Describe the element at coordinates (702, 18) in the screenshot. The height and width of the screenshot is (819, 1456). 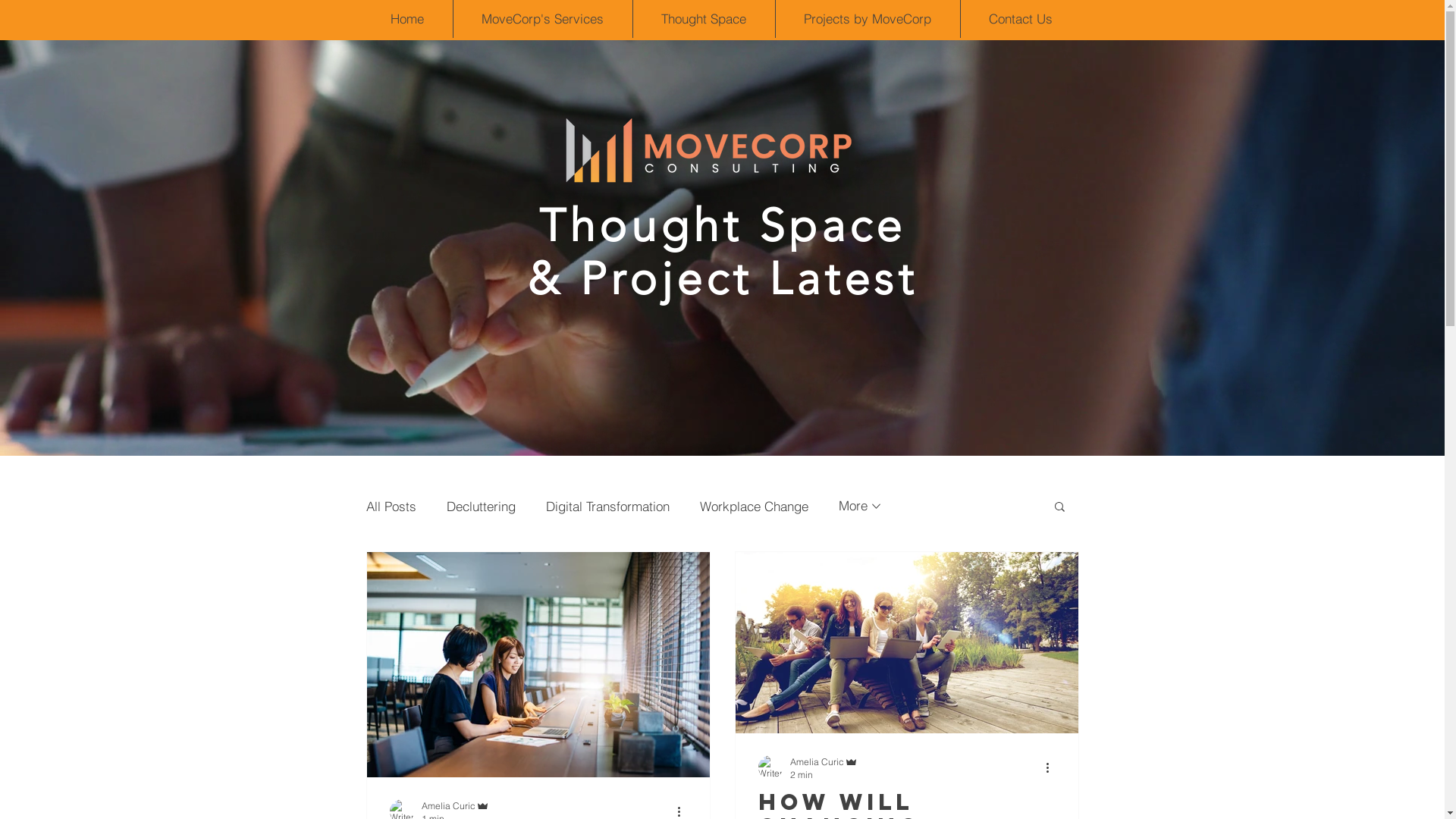
I see `'Thought Space'` at that location.